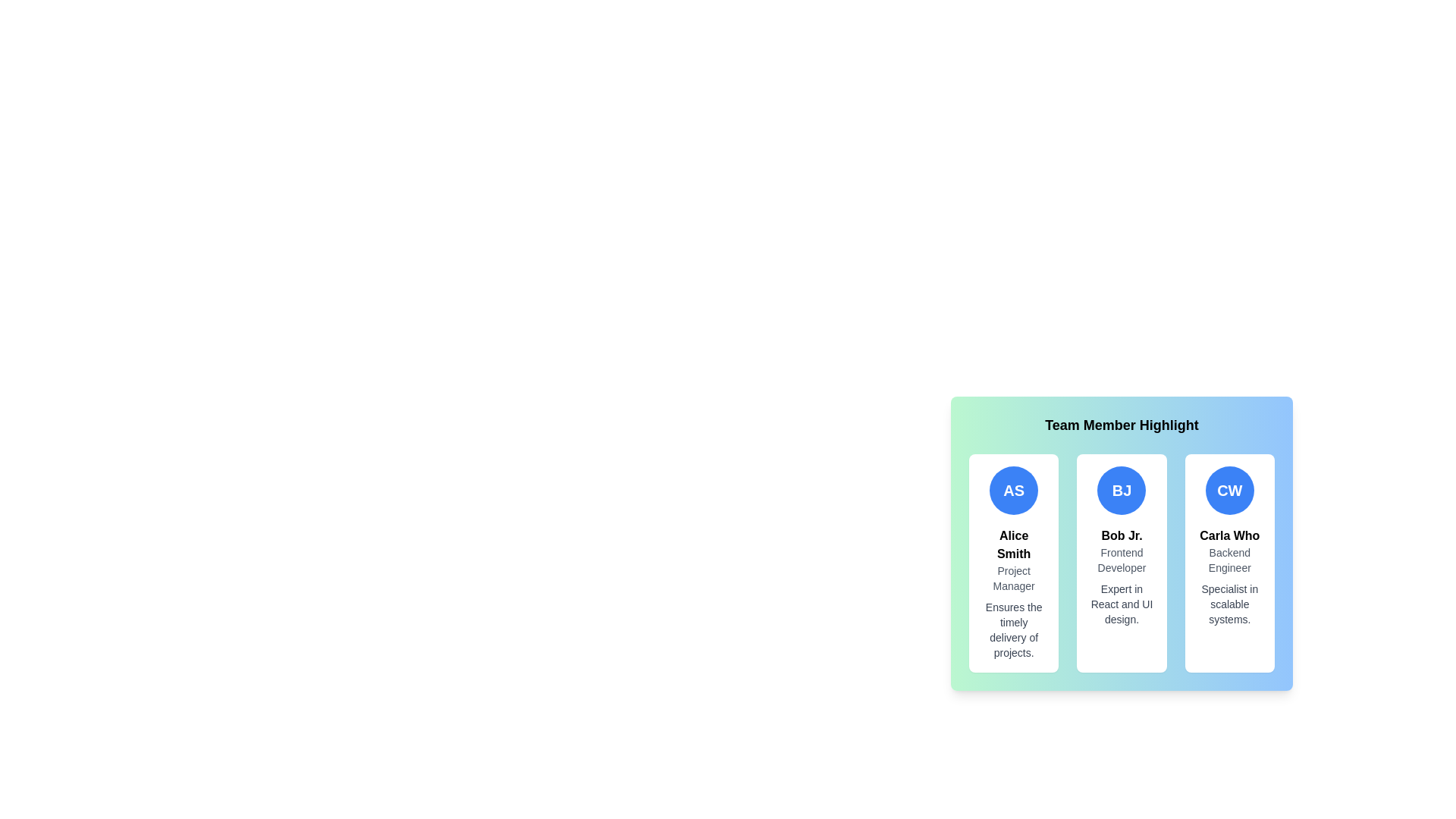 This screenshot has height=819, width=1456. What do you see at coordinates (1229, 563) in the screenshot?
I see `the team member profile card located at the rightmost position of the row, which is the third card in a grid layout` at bounding box center [1229, 563].